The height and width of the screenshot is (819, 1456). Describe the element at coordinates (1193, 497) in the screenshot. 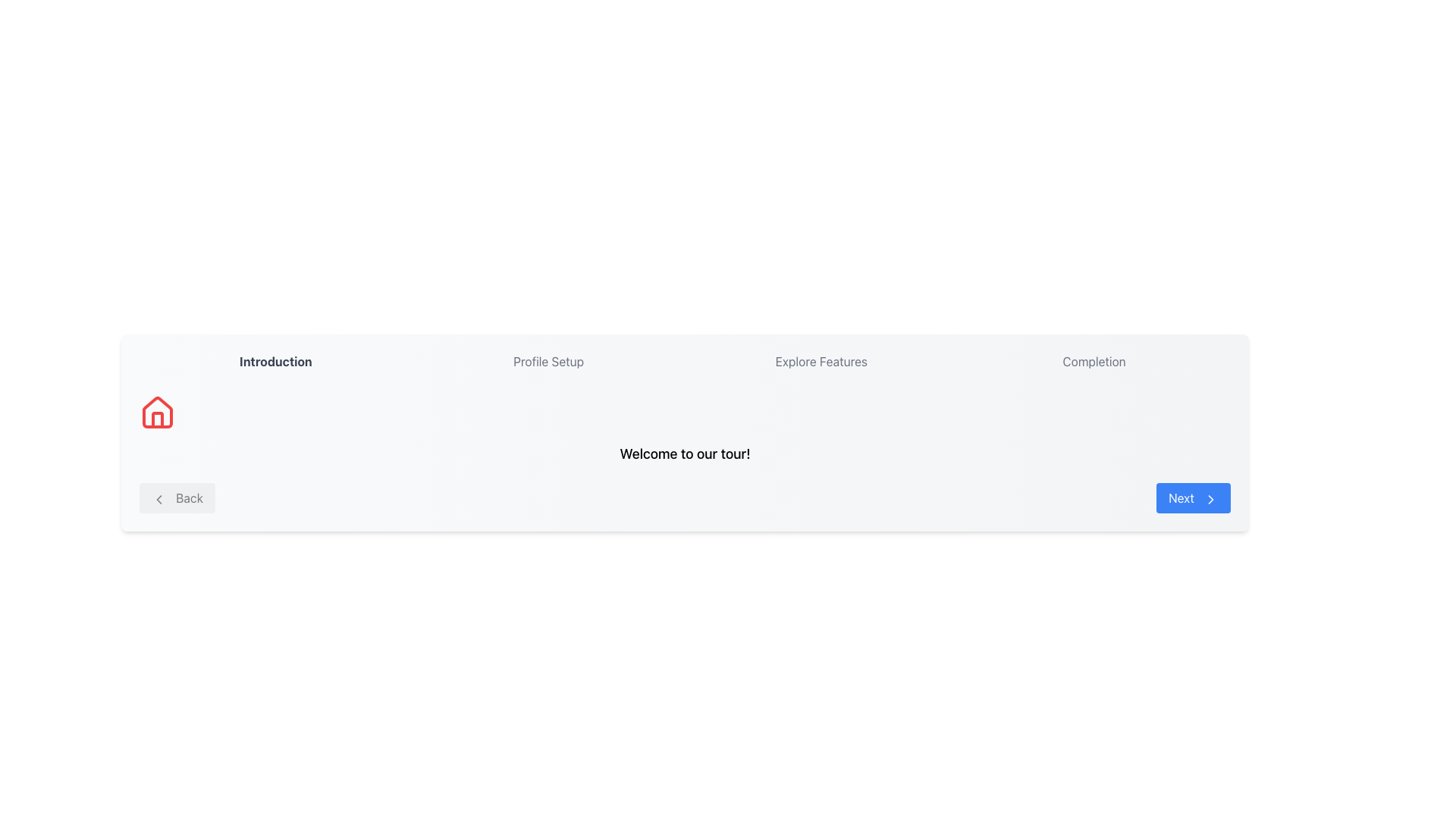

I see `the navigation button located at the bottom-right corner of the interface` at that location.